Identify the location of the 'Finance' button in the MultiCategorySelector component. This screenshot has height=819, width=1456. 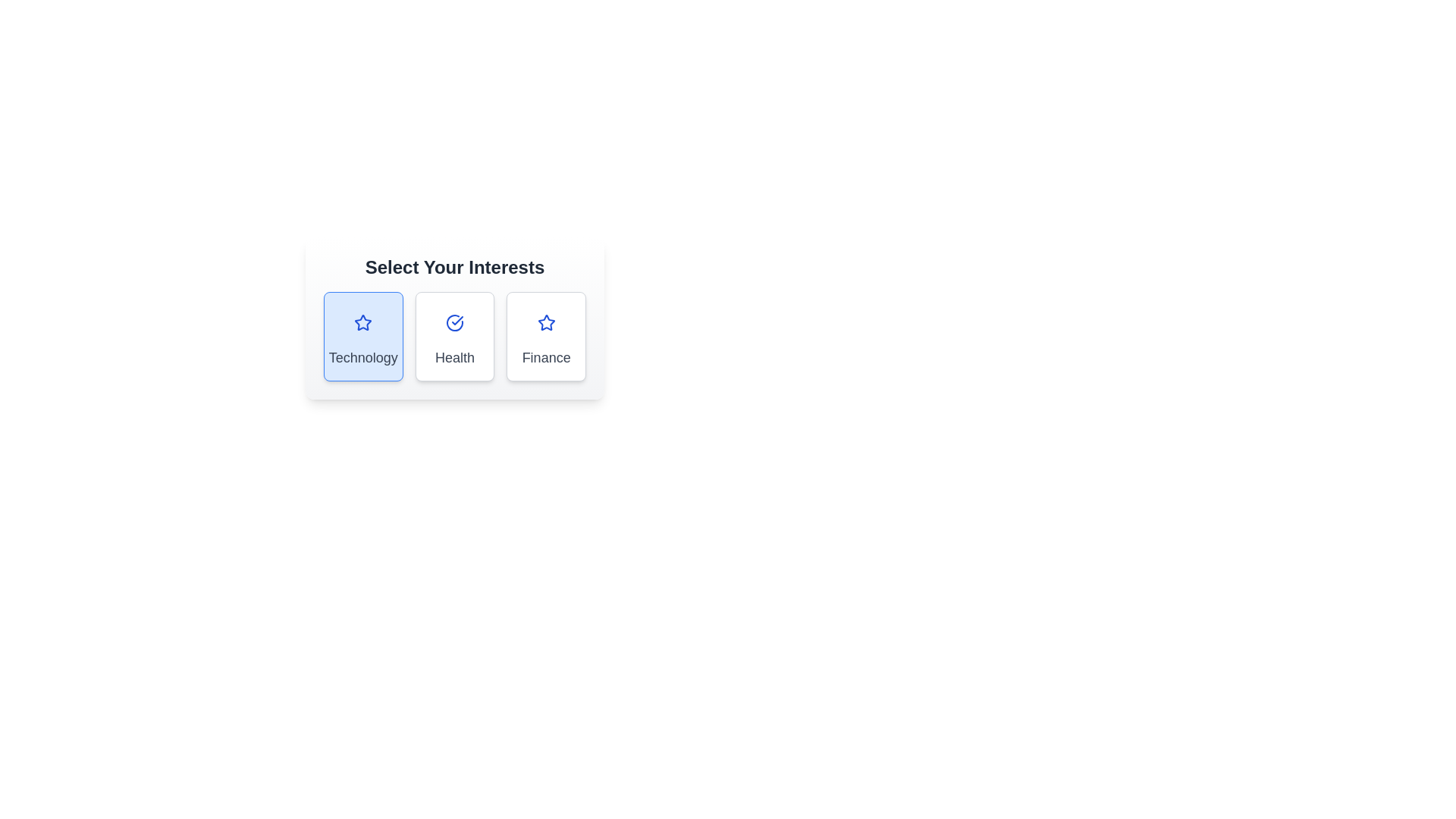
(546, 335).